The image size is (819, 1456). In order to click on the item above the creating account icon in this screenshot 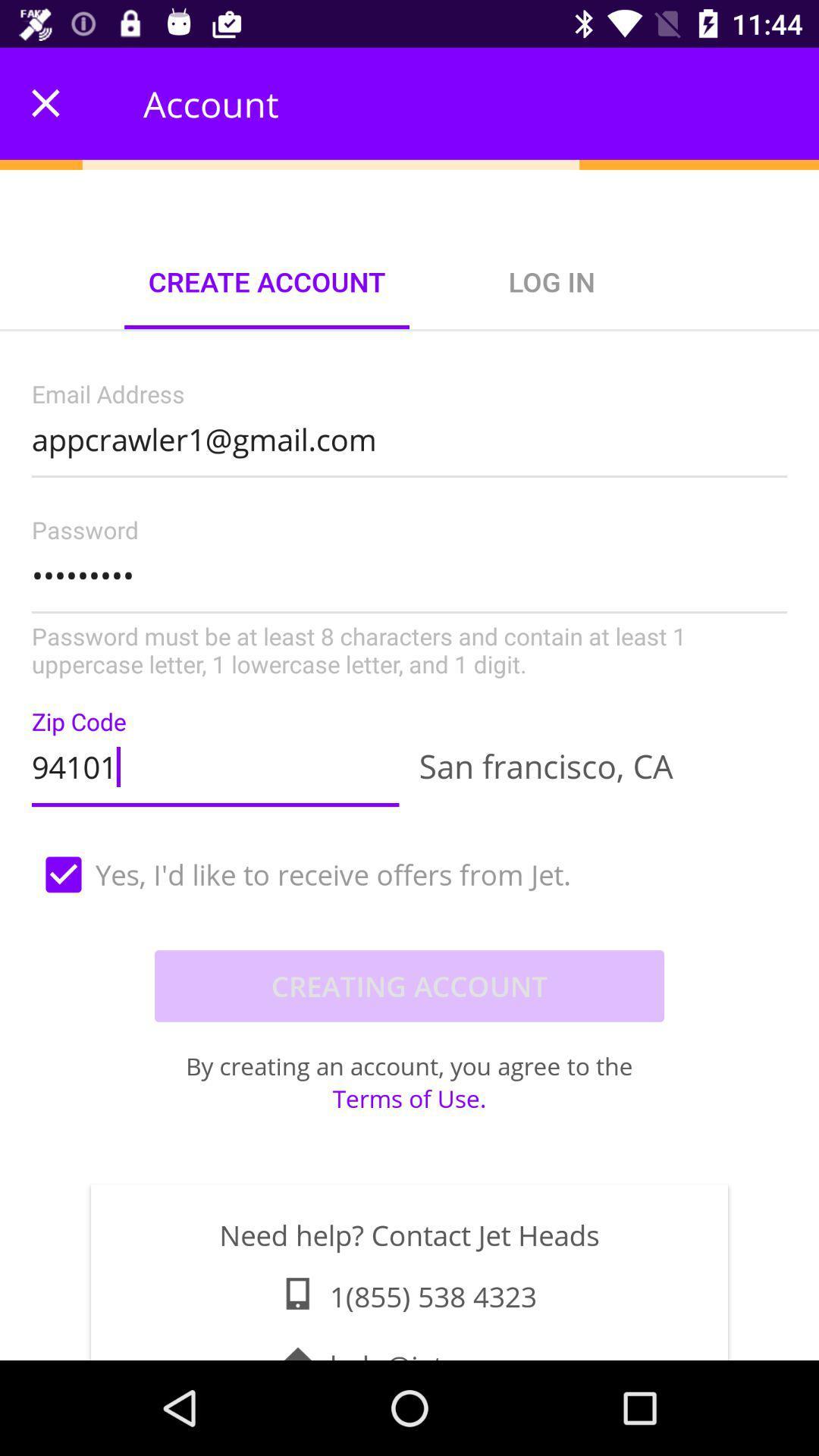, I will do `click(409, 874)`.